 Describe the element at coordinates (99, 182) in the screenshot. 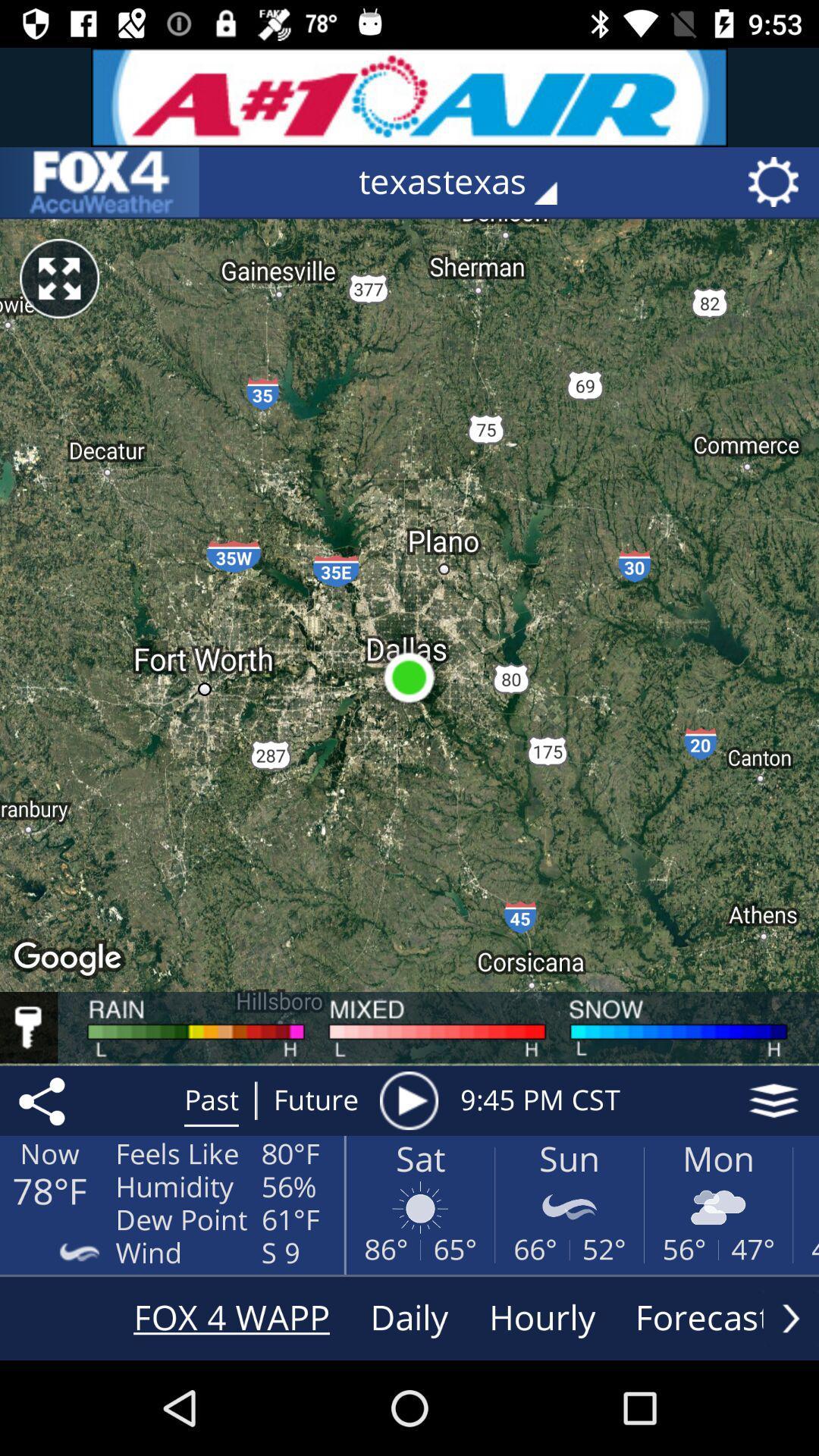

I see `the item to the left of the texastexas icon` at that location.